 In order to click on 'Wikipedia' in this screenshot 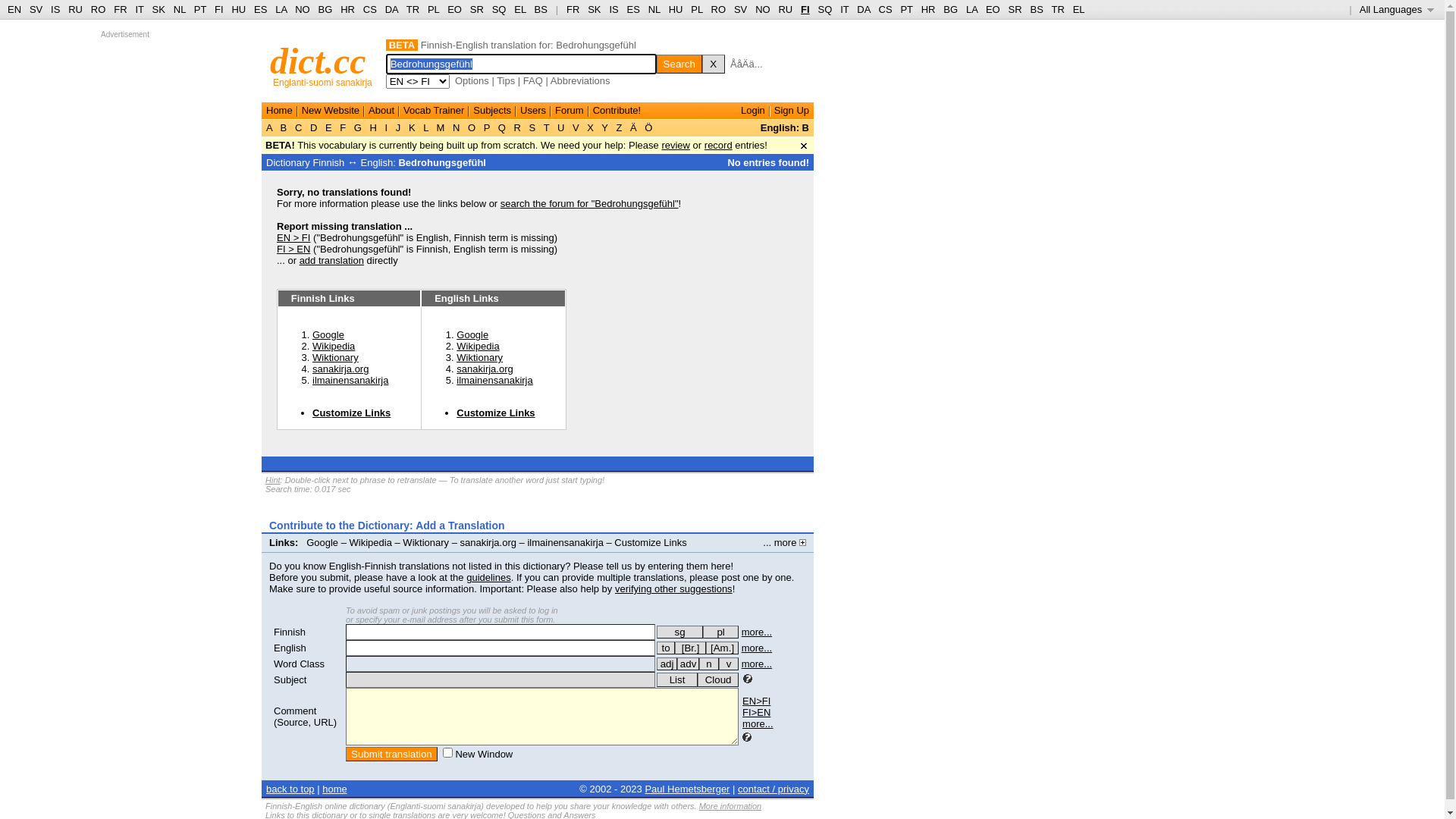, I will do `click(476, 346)`.